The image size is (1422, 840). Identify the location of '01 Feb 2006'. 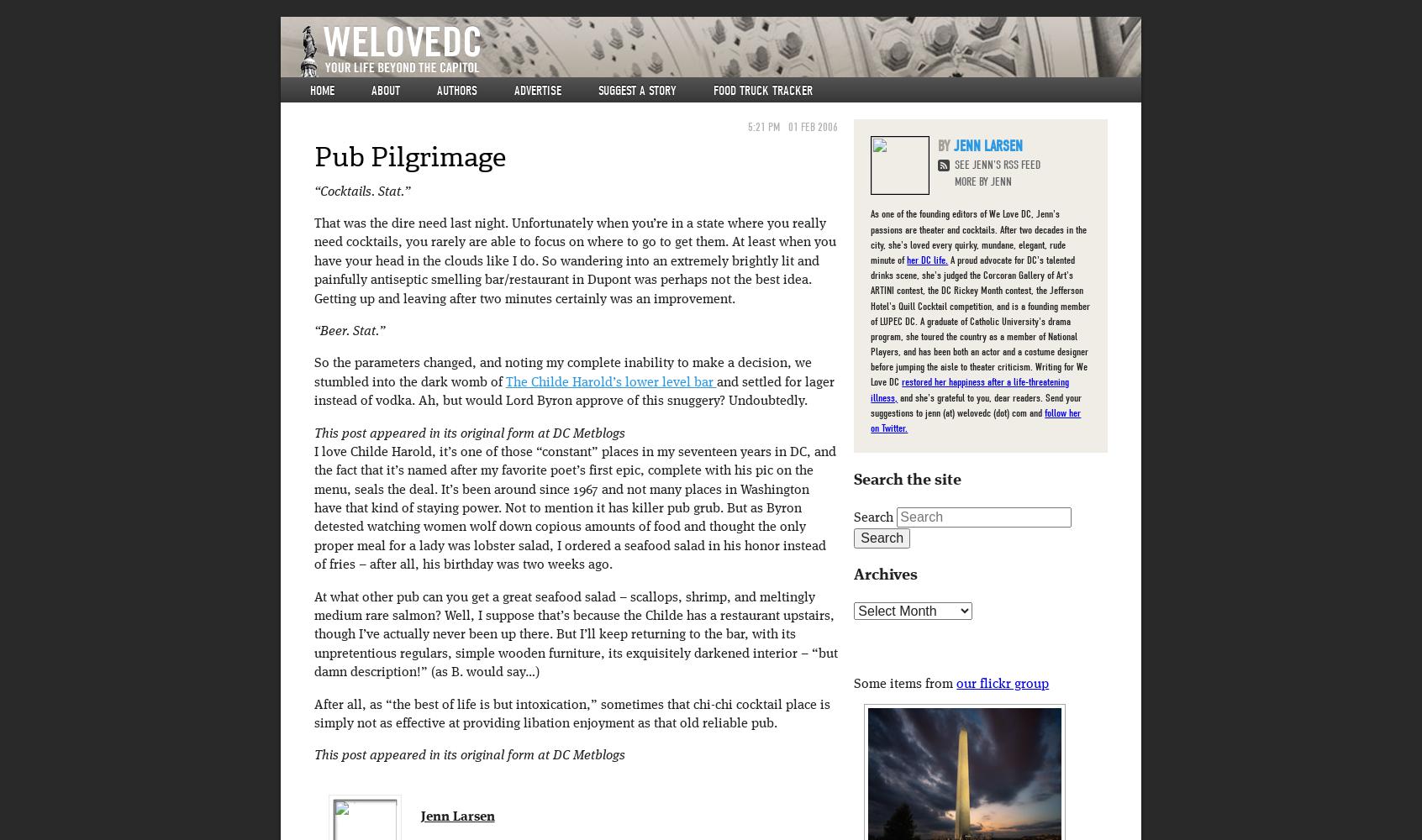
(813, 127).